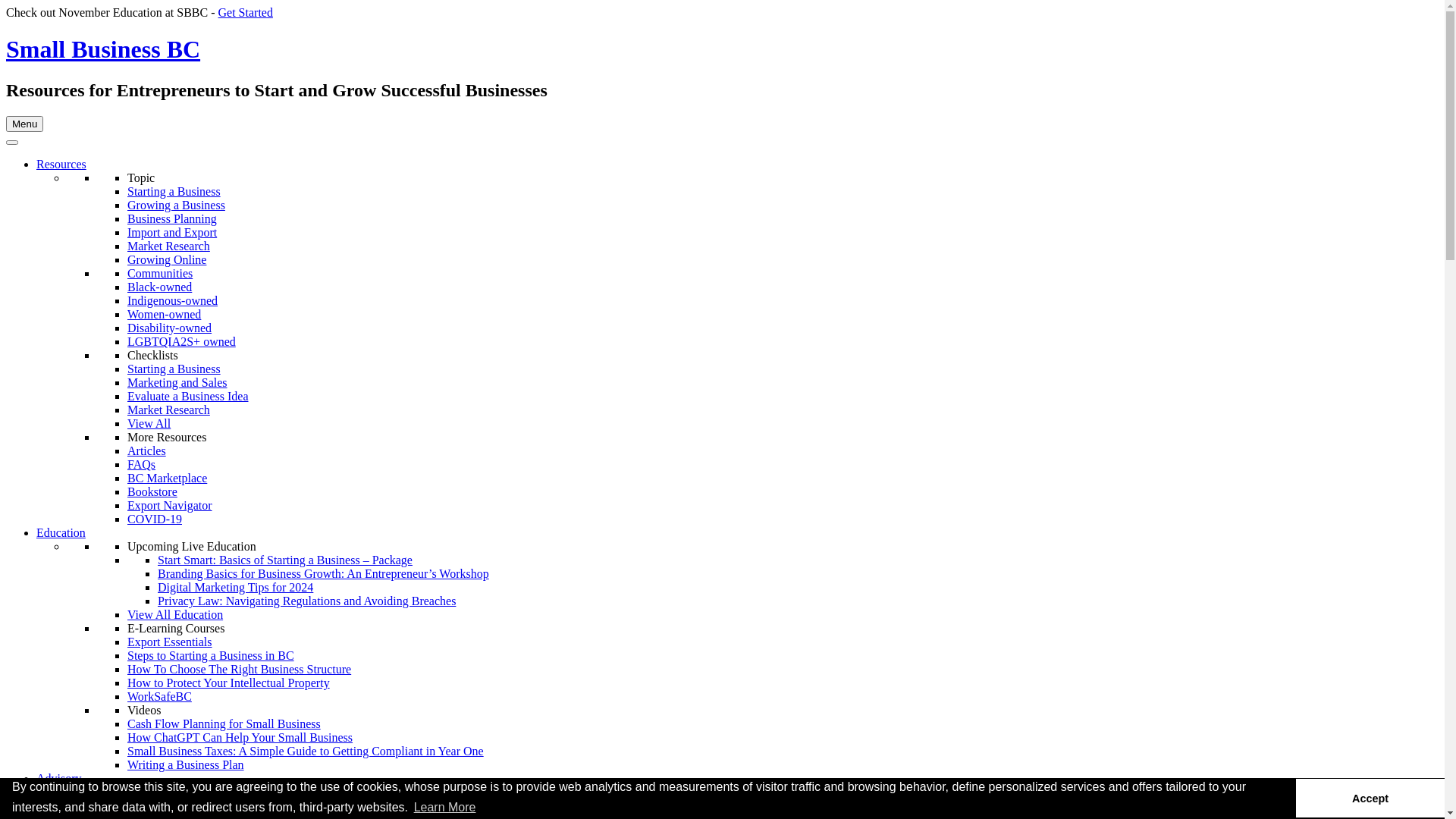 The width and height of the screenshot is (1456, 819). What do you see at coordinates (61, 164) in the screenshot?
I see `'Resources'` at bounding box center [61, 164].